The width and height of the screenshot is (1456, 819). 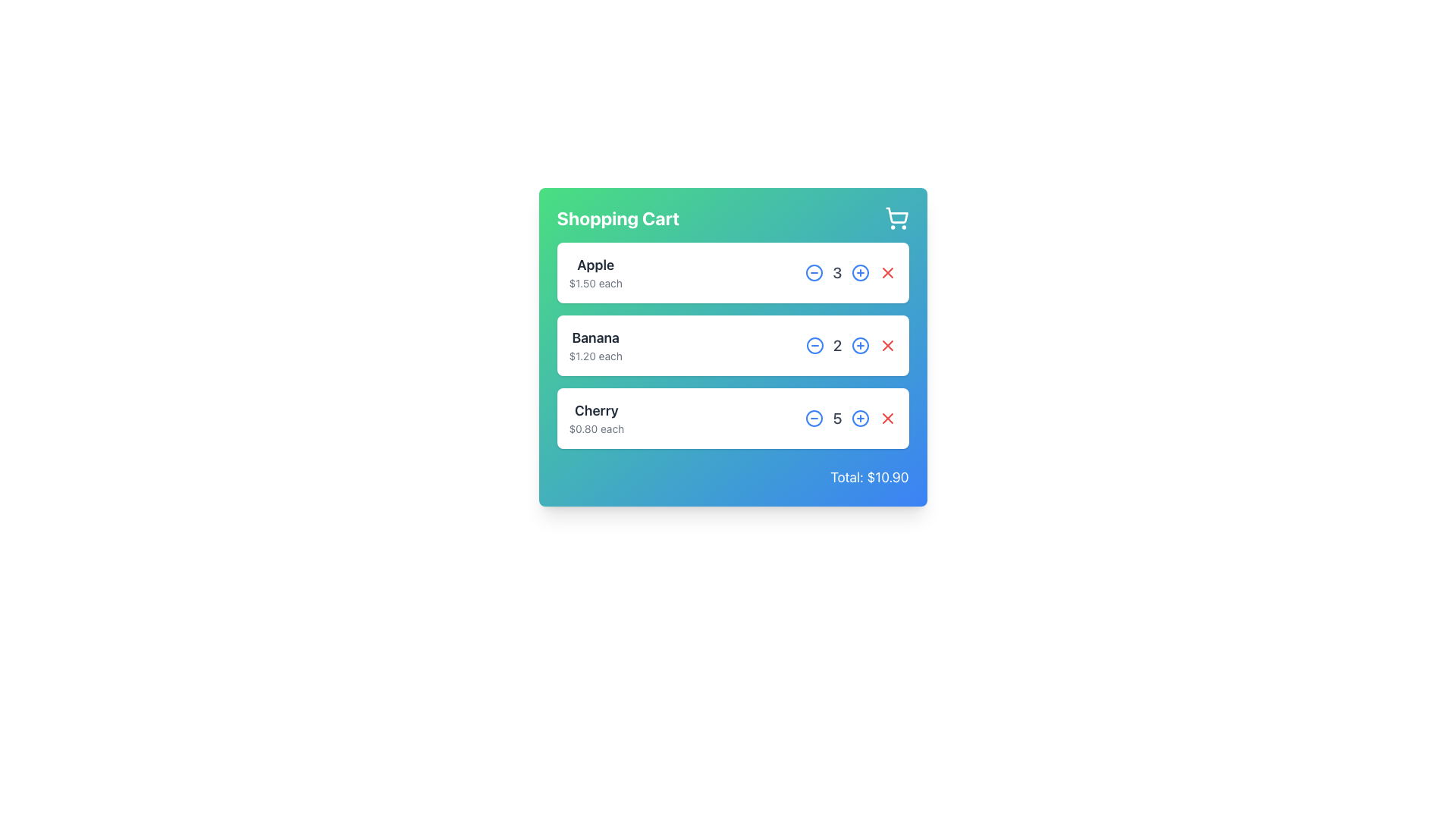 What do you see at coordinates (595, 356) in the screenshot?
I see `the text display showing the unit price of bananas located under the 'Banana' heading in the shopping cart interface` at bounding box center [595, 356].